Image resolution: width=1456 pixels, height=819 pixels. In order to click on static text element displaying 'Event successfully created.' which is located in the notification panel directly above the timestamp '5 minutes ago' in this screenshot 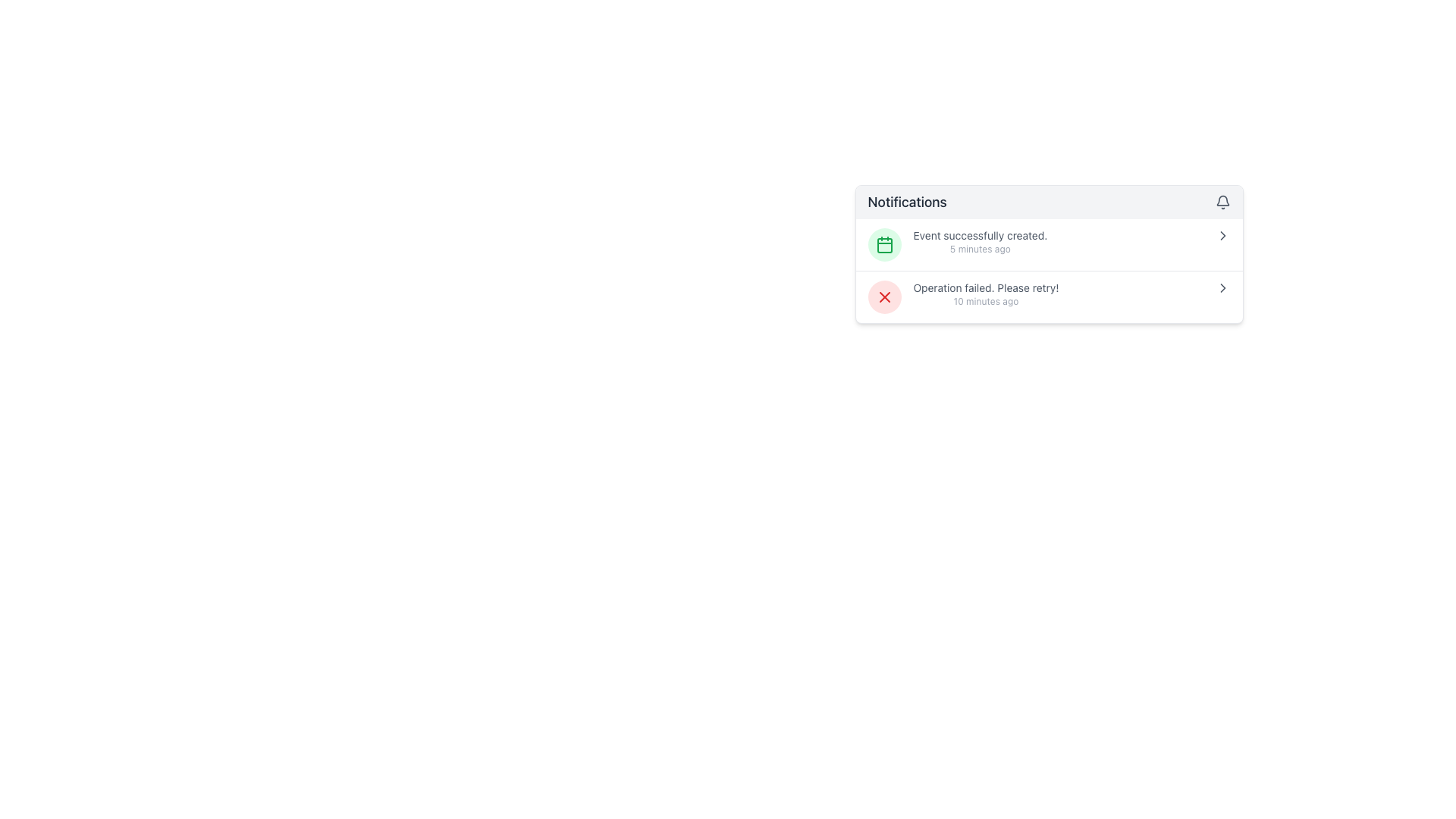, I will do `click(980, 236)`.